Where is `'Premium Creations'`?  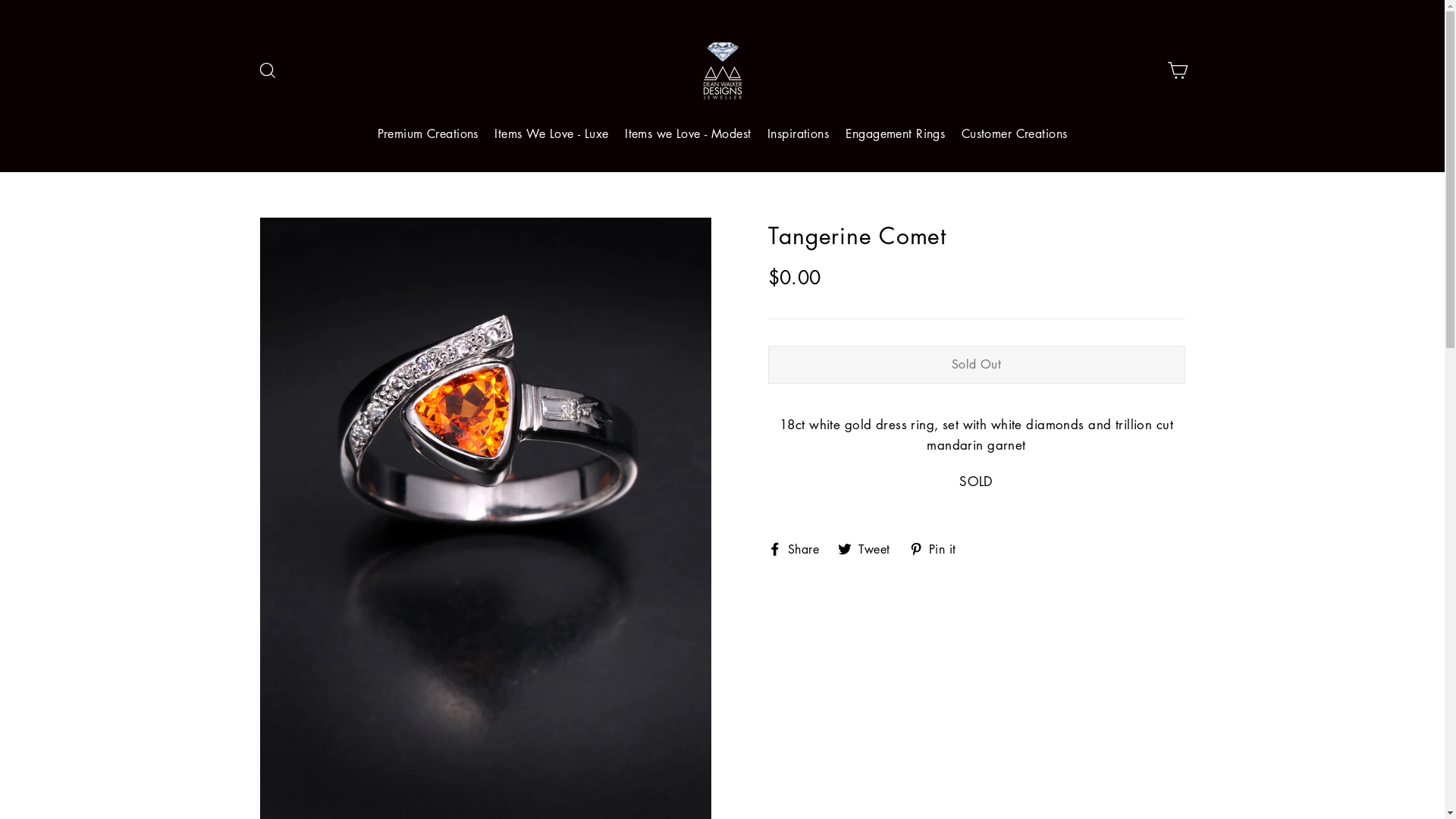 'Premium Creations' is located at coordinates (427, 133).